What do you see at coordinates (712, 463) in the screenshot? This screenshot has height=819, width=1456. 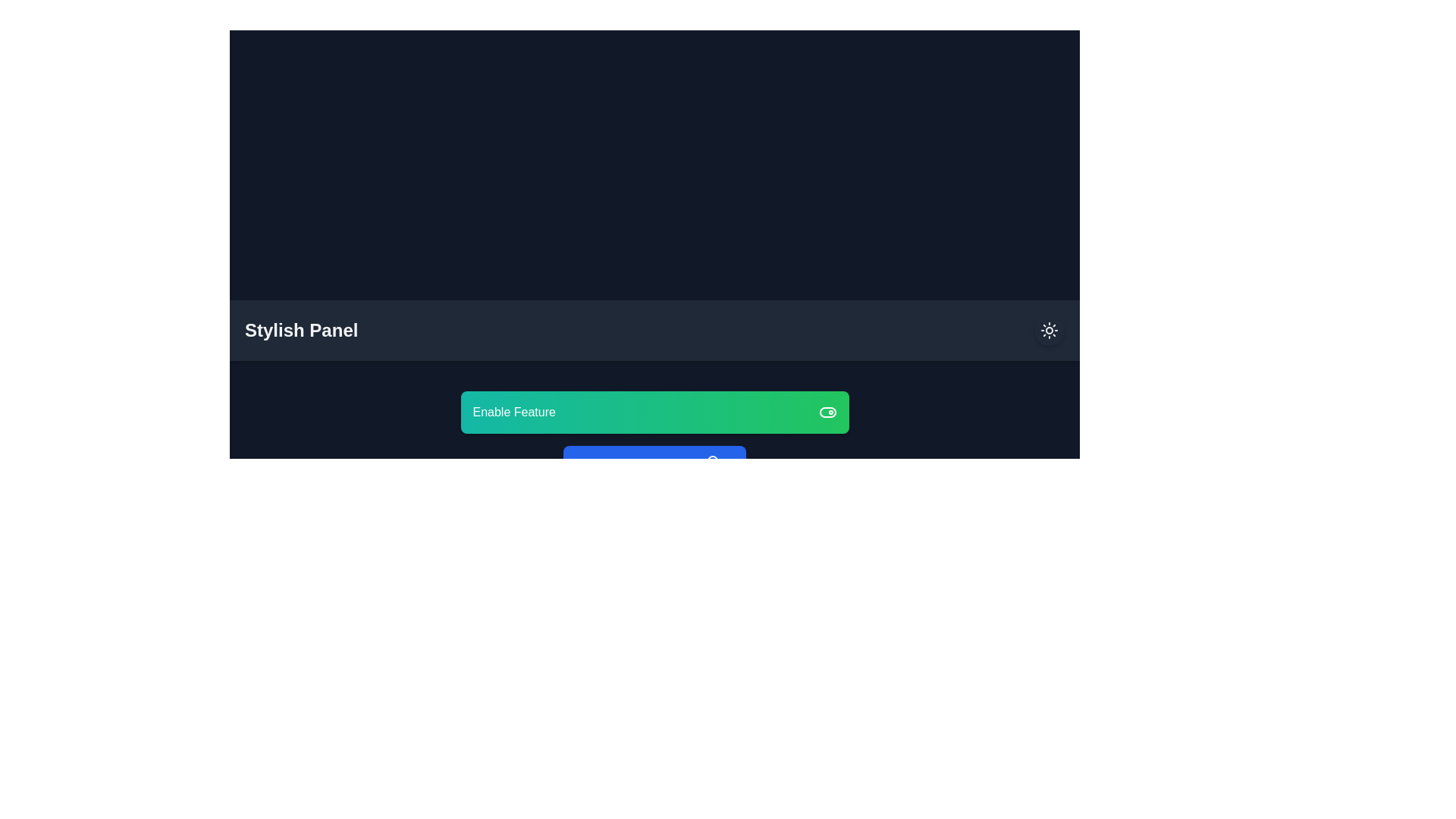 I see `the decorative notification icon located to the right side of the 'Disable Notifications' button, vertically aligned at the center` at bounding box center [712, 463].